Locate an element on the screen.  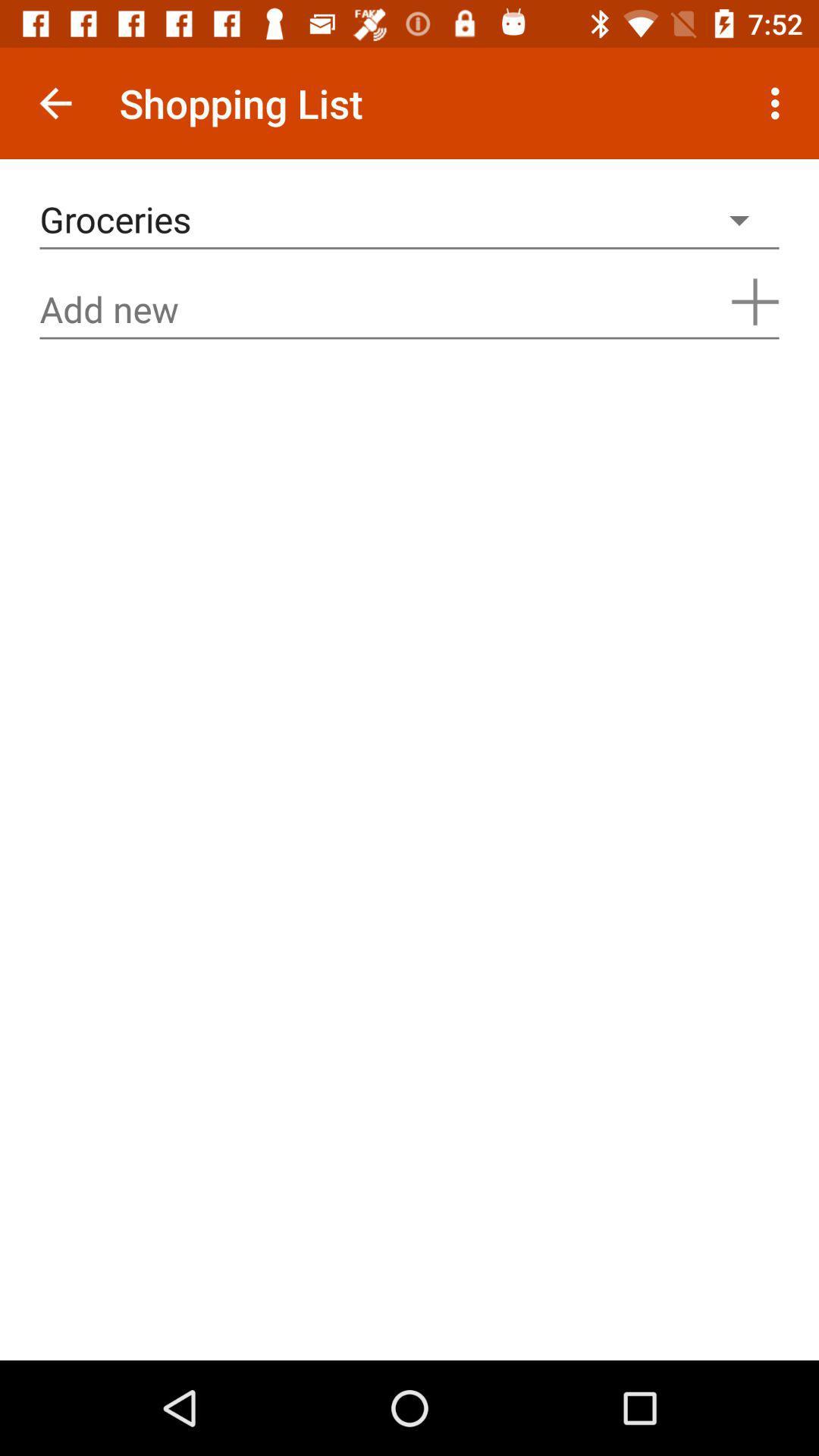
the add icon is located at coordinates (755, 302).